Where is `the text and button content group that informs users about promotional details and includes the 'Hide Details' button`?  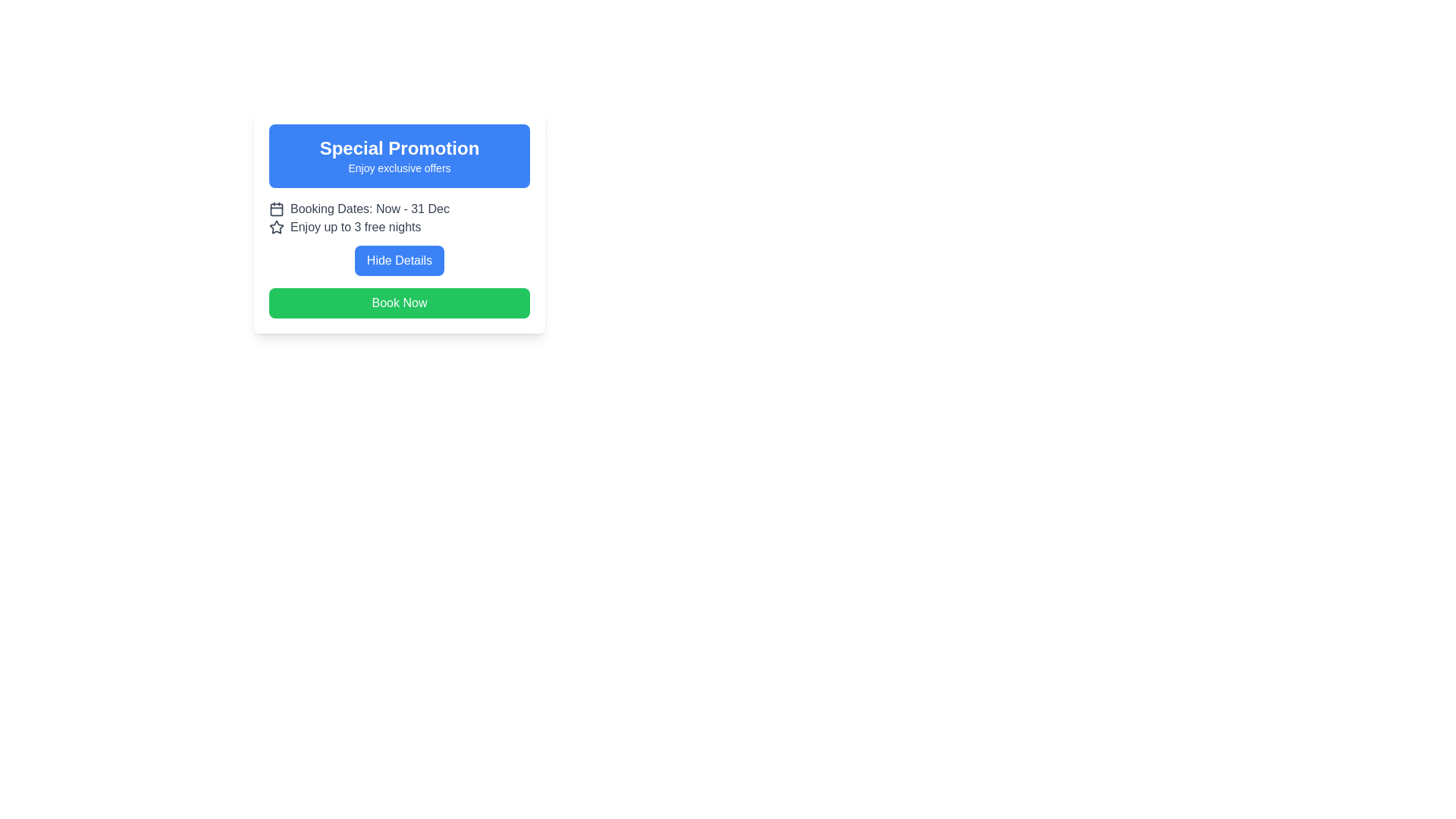
the text and button content group that informs users about promotional details and includes the 'Hide Details' button is located at coordinates (400, 237).